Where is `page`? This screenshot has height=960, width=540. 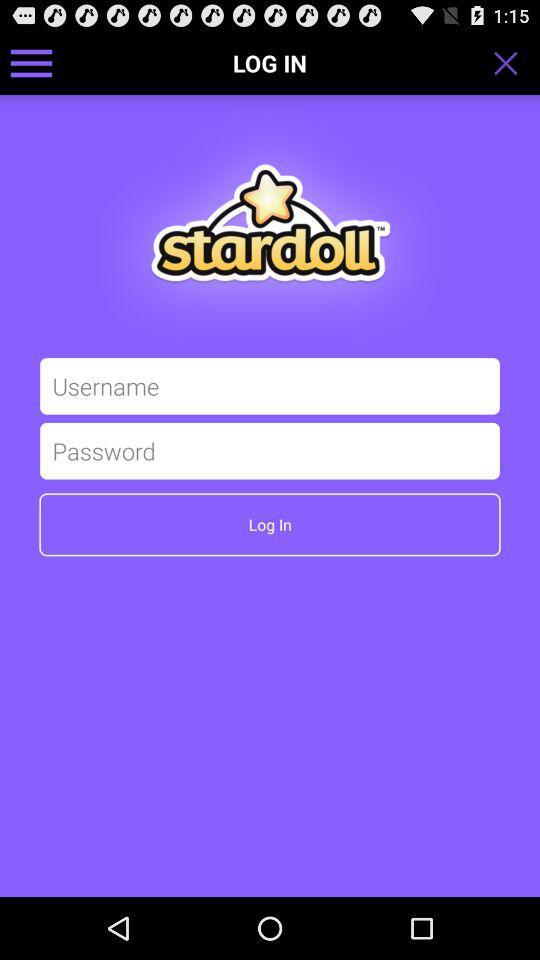 page is located at coordinates (512, 62).